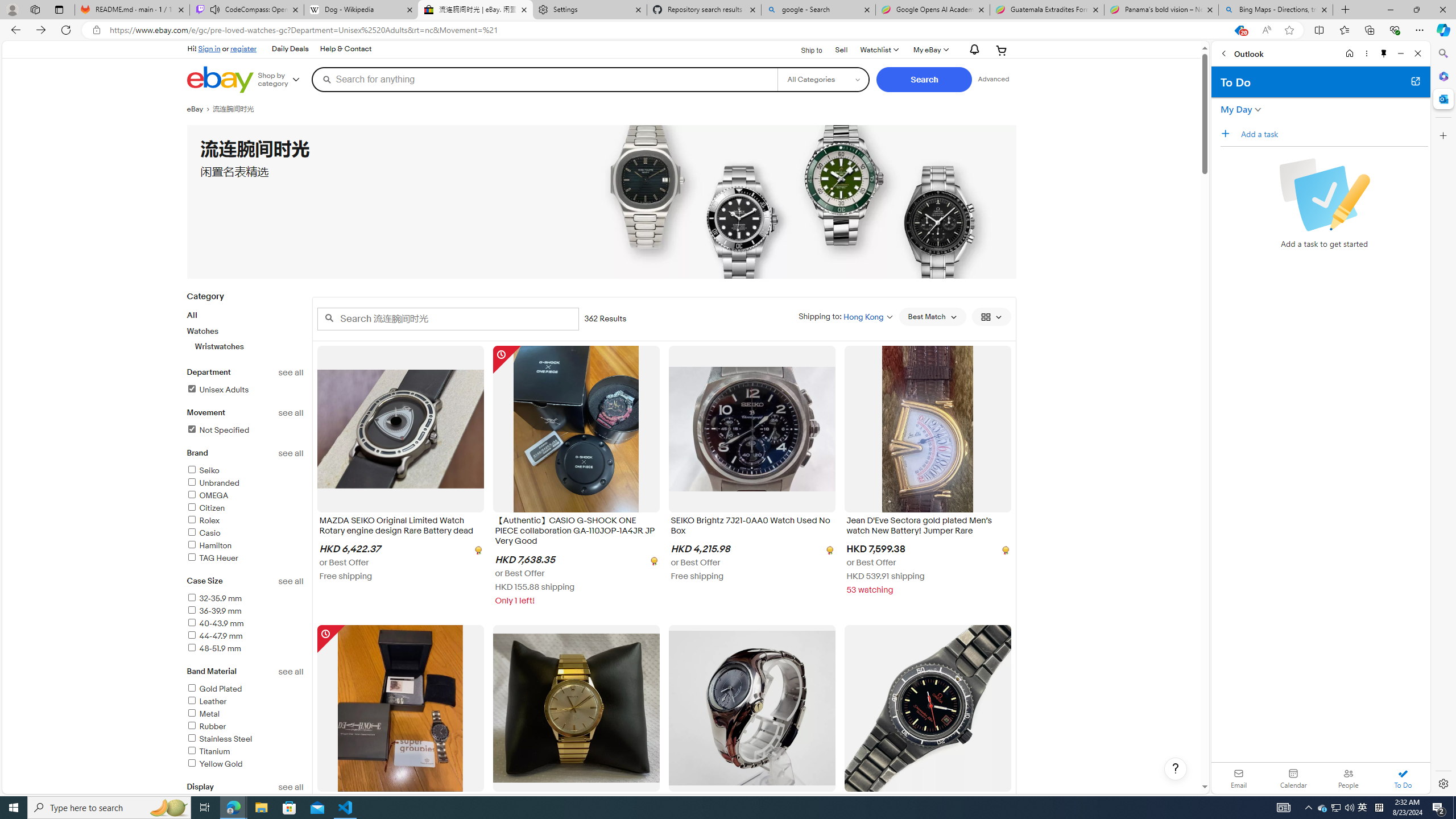 This screenshot has width=1456, height=819. What do you see at coordinates (1293, 777) in the screenshot?
I see `'Calendar. Date today is 22'` at bounding box center [1293, 777].